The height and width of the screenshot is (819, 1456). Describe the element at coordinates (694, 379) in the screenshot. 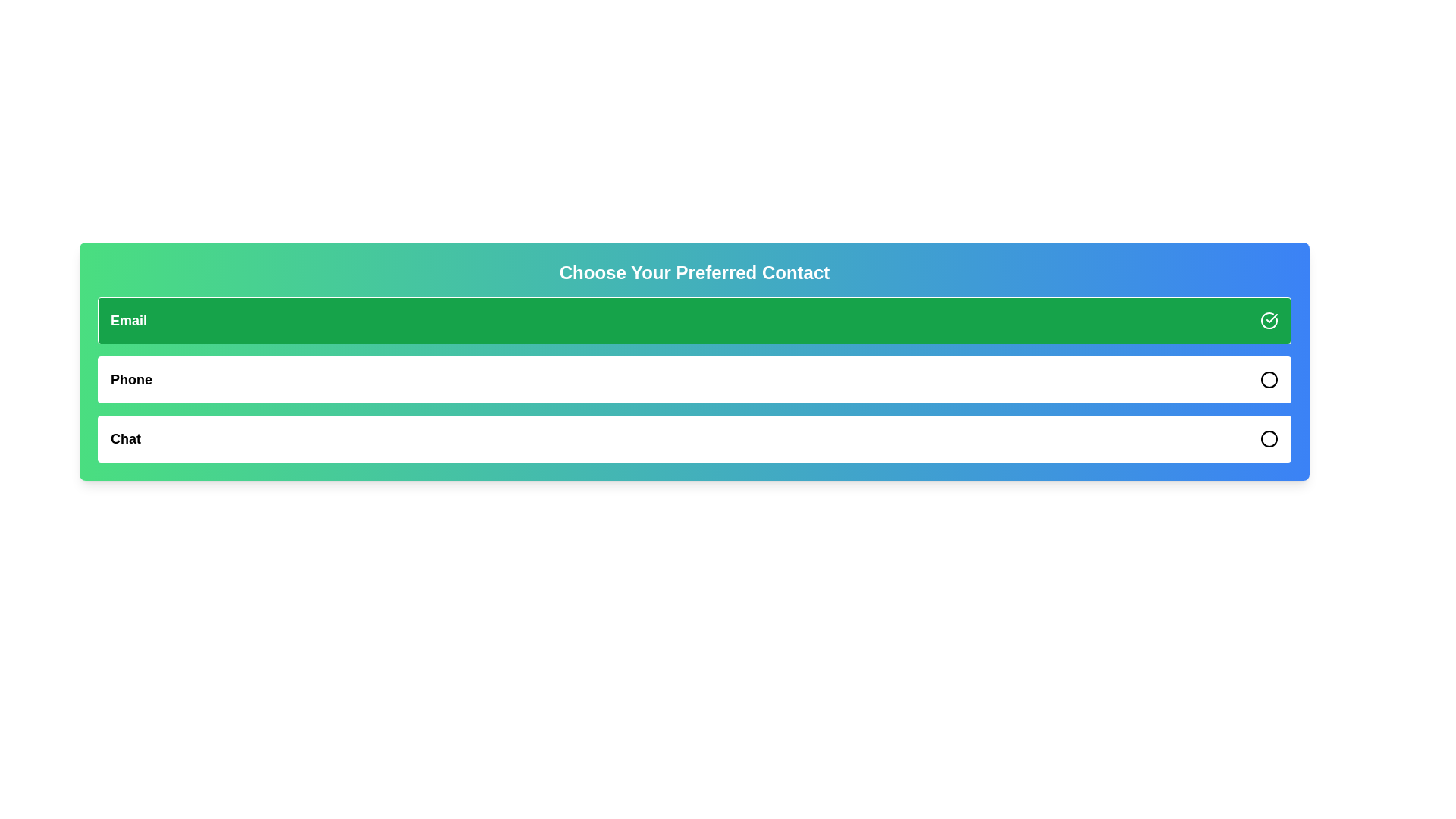

I see `the circular radio button next to the 'Phone' selectable list item` at that location.